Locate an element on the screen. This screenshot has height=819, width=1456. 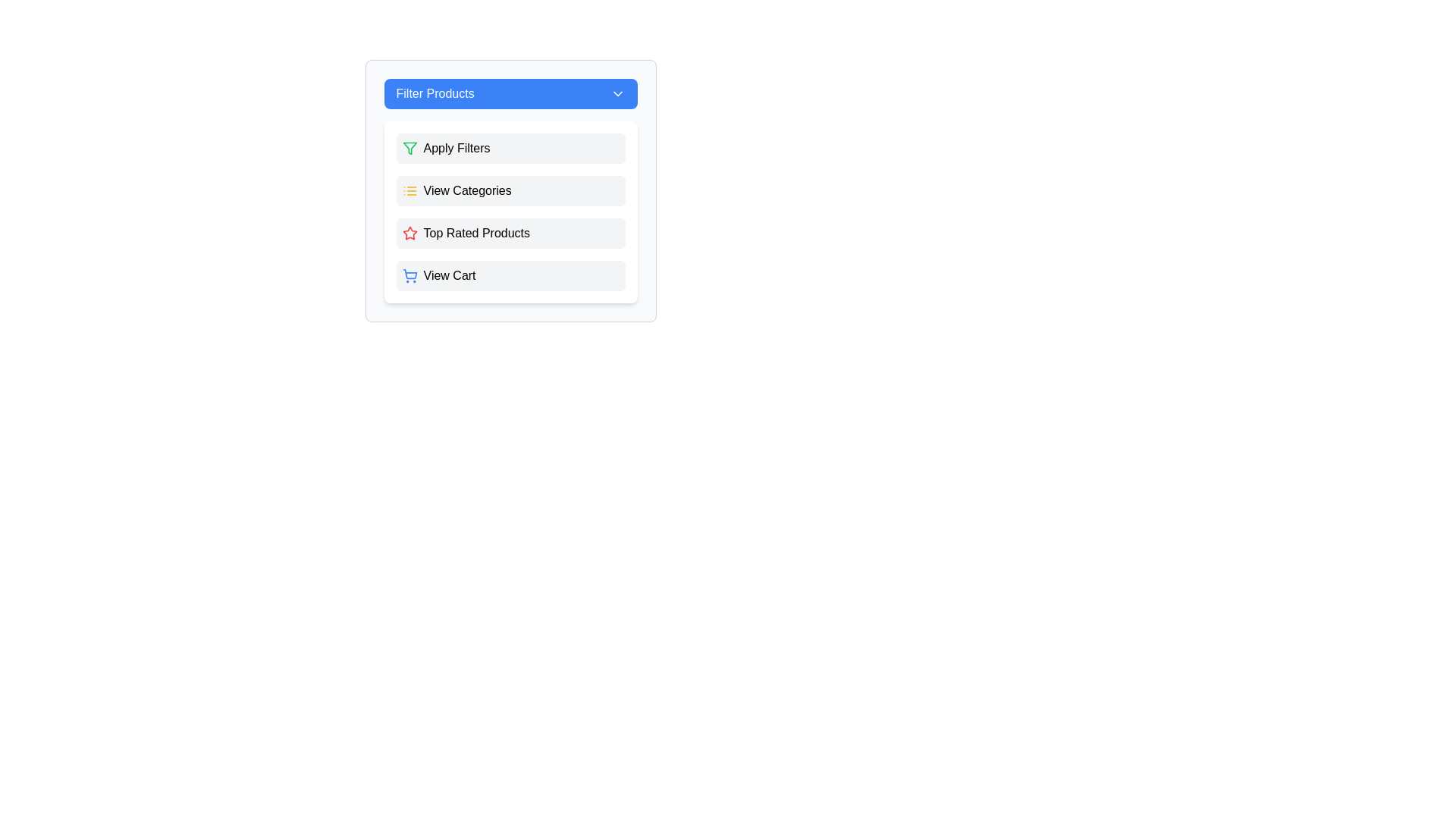
the 'Filter Products' dropdown button is located at coordinates (510, 93).